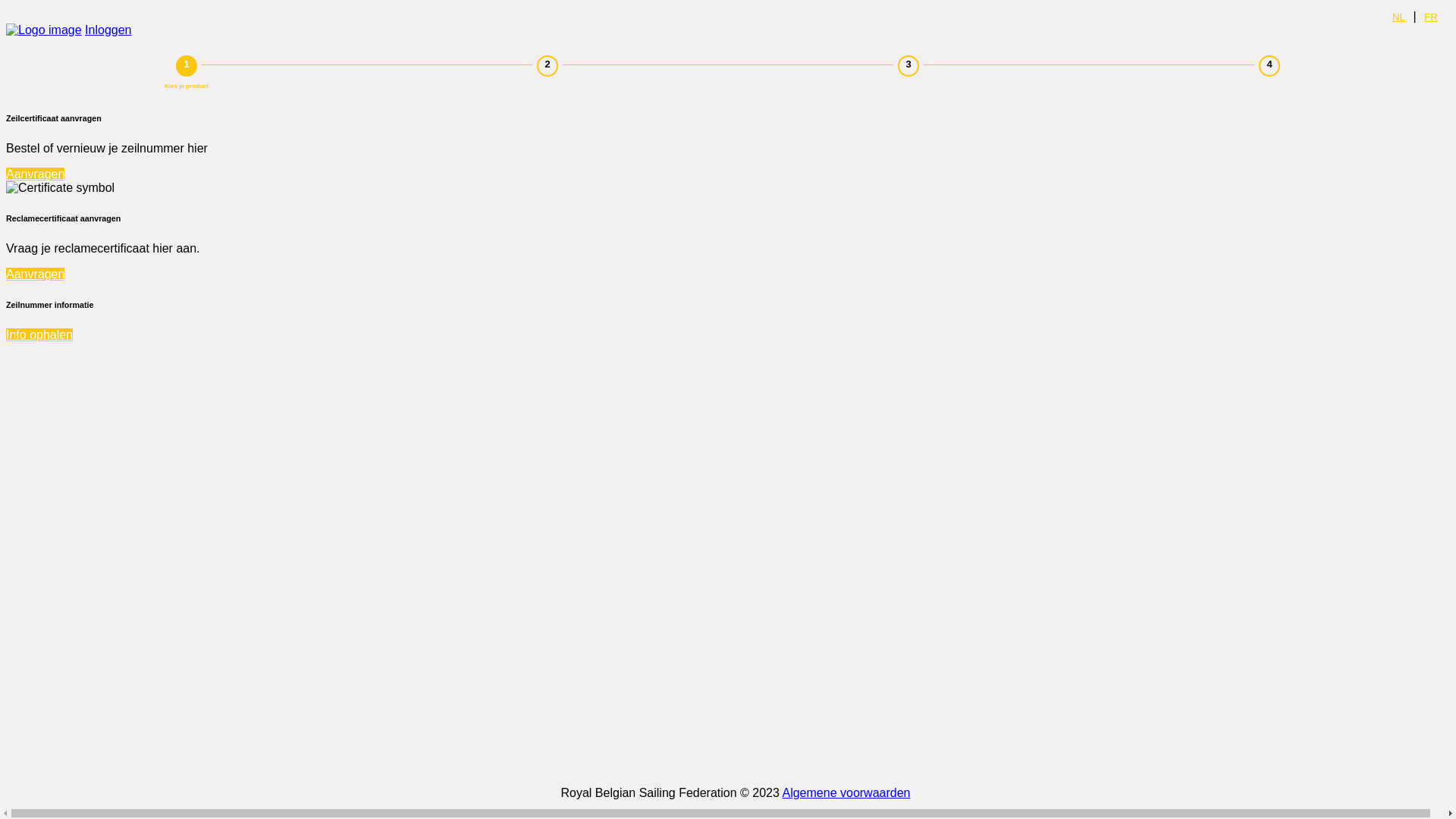 Image resolution: width=1456 pixels, height=819 pixels. I want to click on 'Inloggen', so click(107, 30).